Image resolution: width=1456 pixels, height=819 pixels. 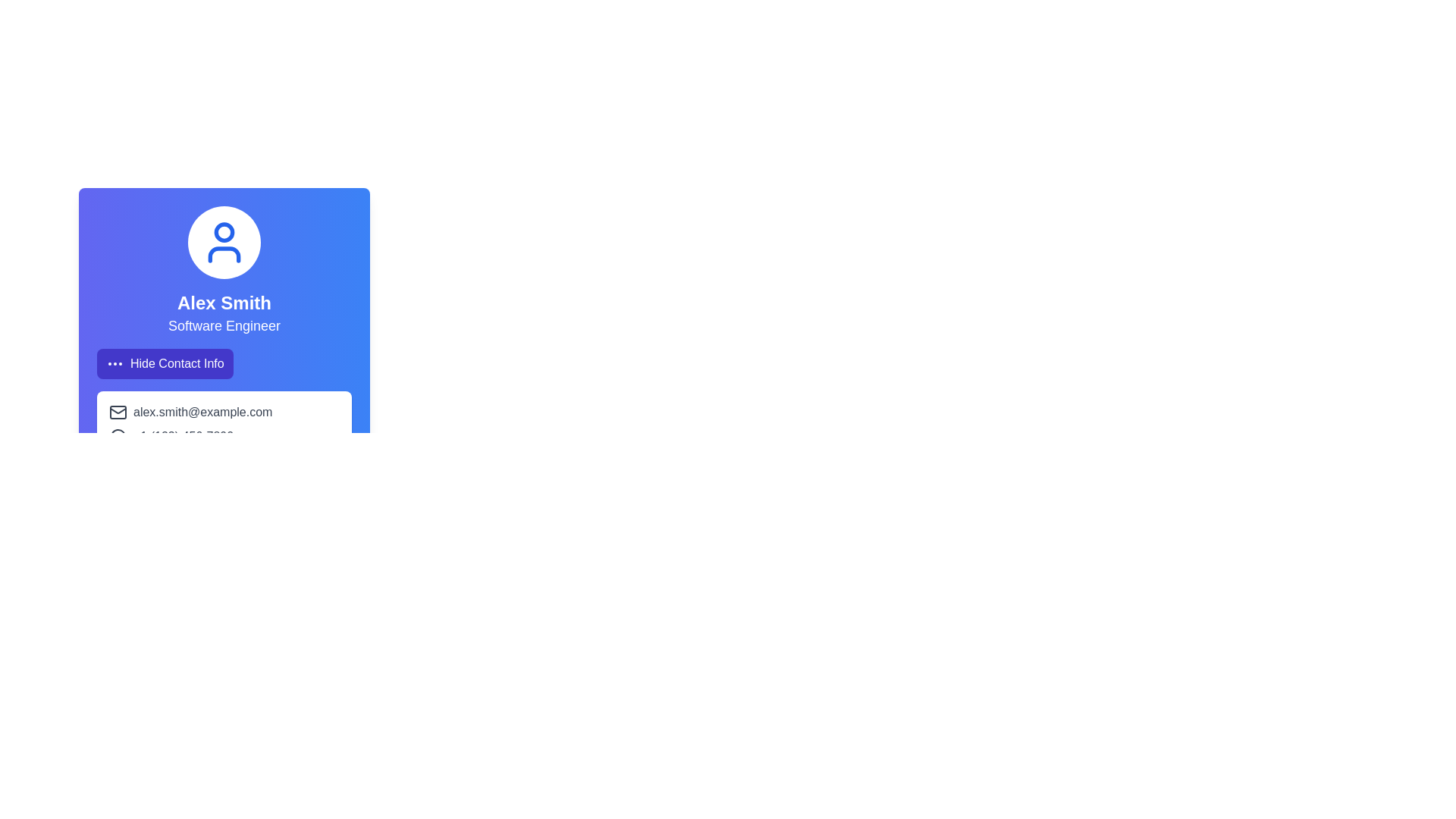 I want to click on the rectangular body of the envelope icon that is styled in a minimalist design and is located adjacent to the 'alex.smith@example.com' text, so click(x=118, y=412).